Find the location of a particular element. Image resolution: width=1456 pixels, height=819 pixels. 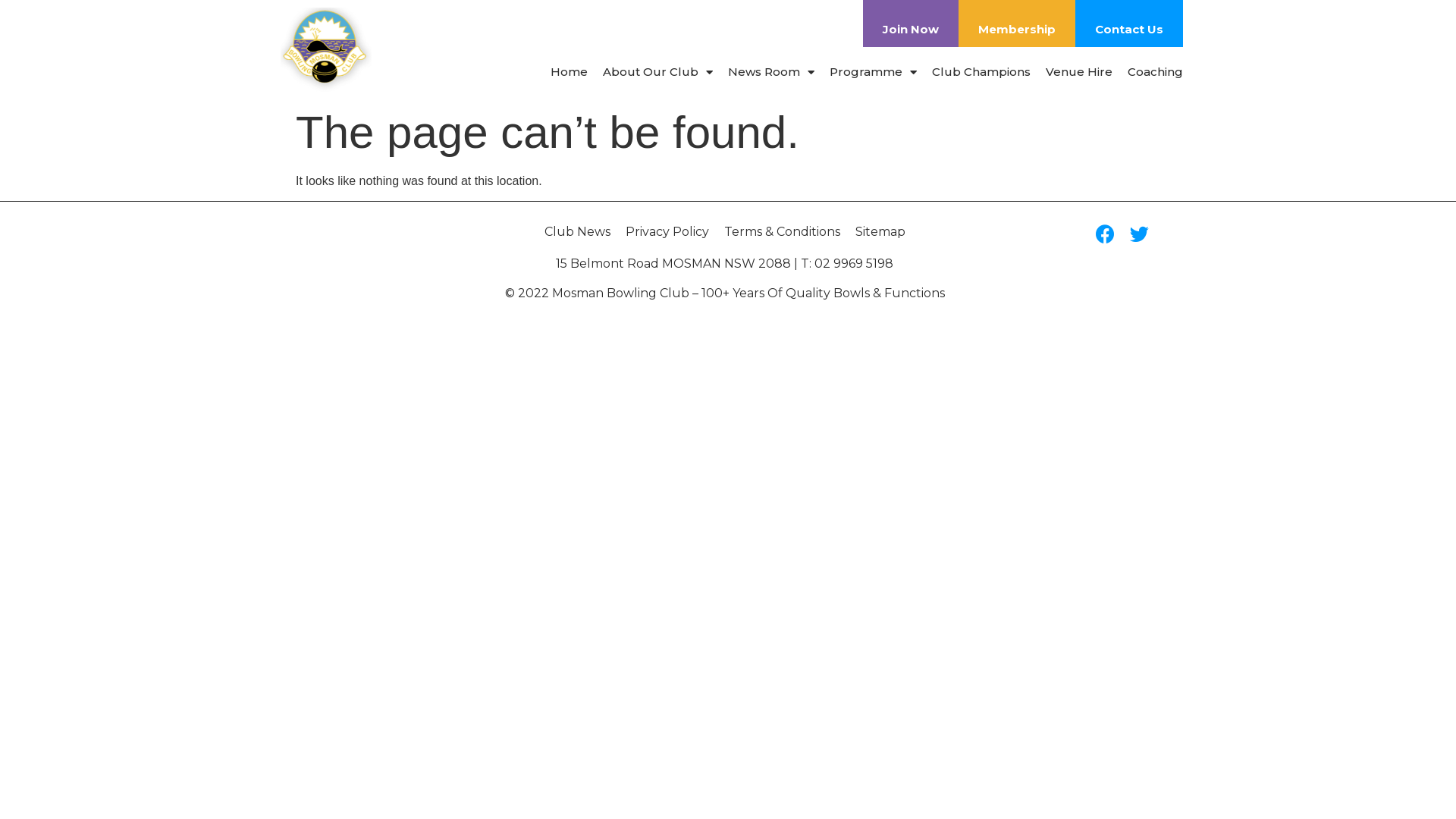

'02 9969 5198' is located at coordinates (854, 262).